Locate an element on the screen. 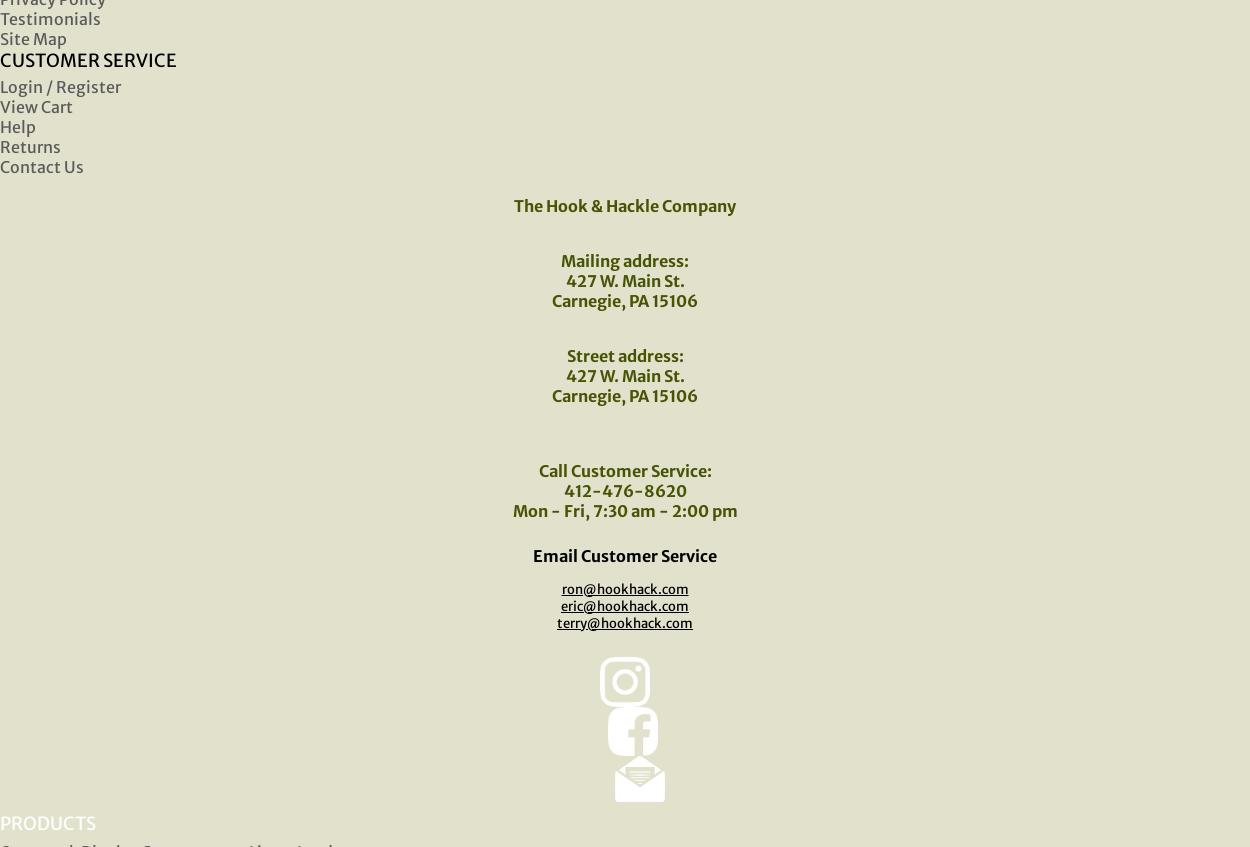 Image resolution: width=1250 pixels, height=847 pixels. 'terry@hookhack.com' is located at coordinates (625, 621).